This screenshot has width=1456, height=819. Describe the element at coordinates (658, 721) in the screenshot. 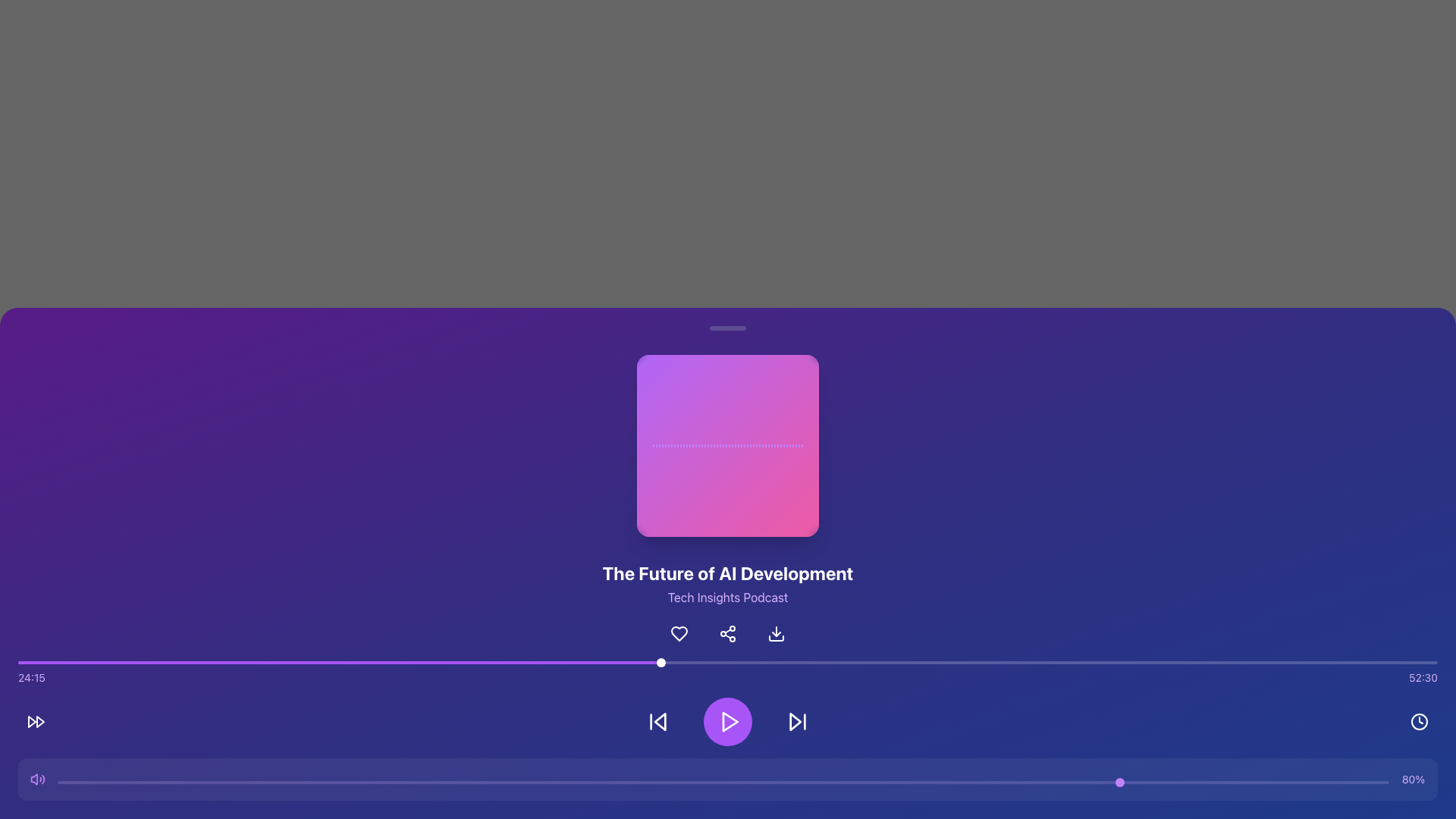

I see `the skip backward button located to the left of the central play button in the row of control elements to skip backward in the playback timeline` at that location.